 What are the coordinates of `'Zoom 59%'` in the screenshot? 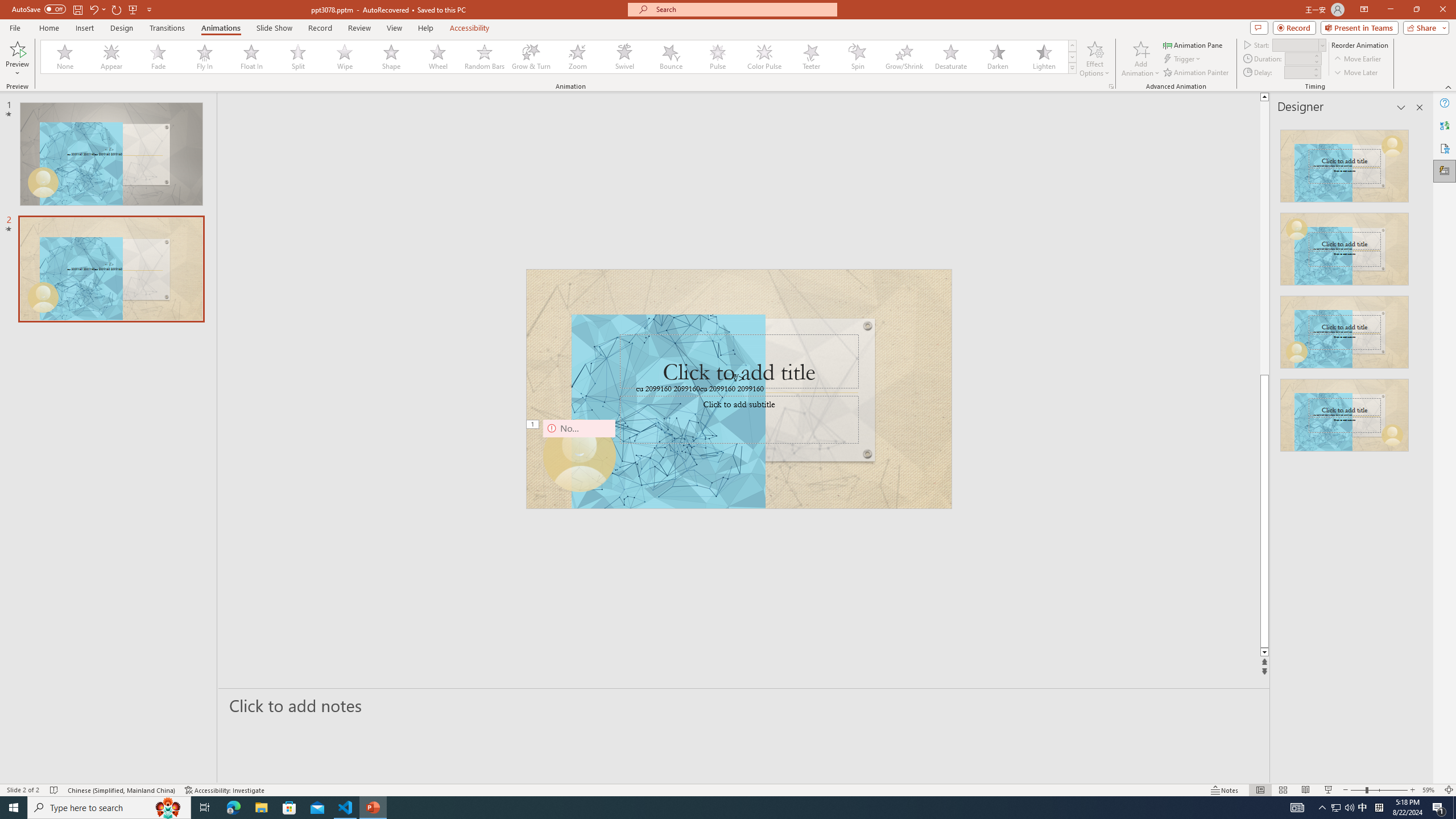 It's located at (1430, 790).